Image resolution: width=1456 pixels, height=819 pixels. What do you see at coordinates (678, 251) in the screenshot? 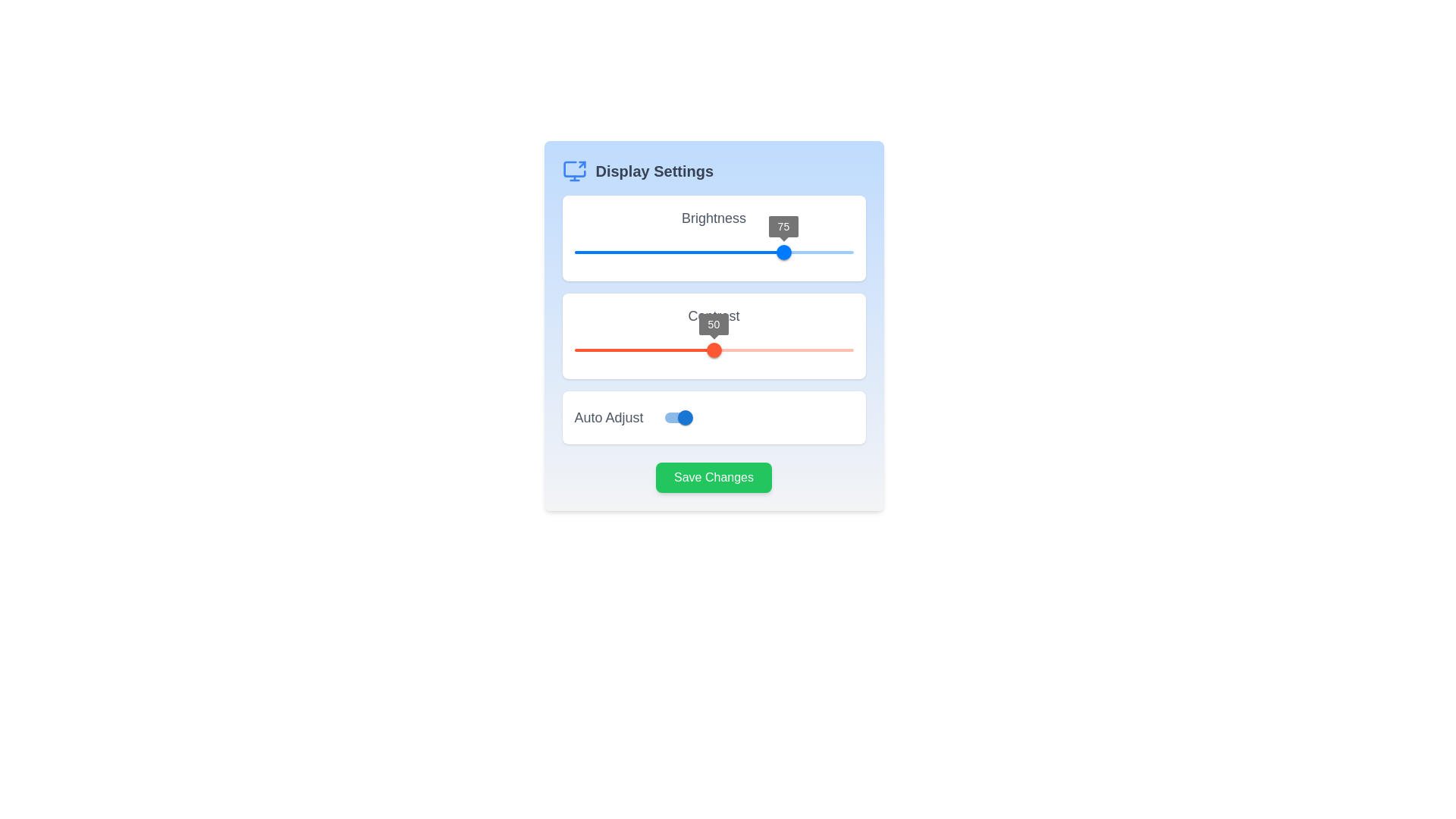
I see `the thumb of the Brightness slider, which is visually represented by a horizontal red-colored track bar, from its current position of 75` at bounding box center [678, 251].